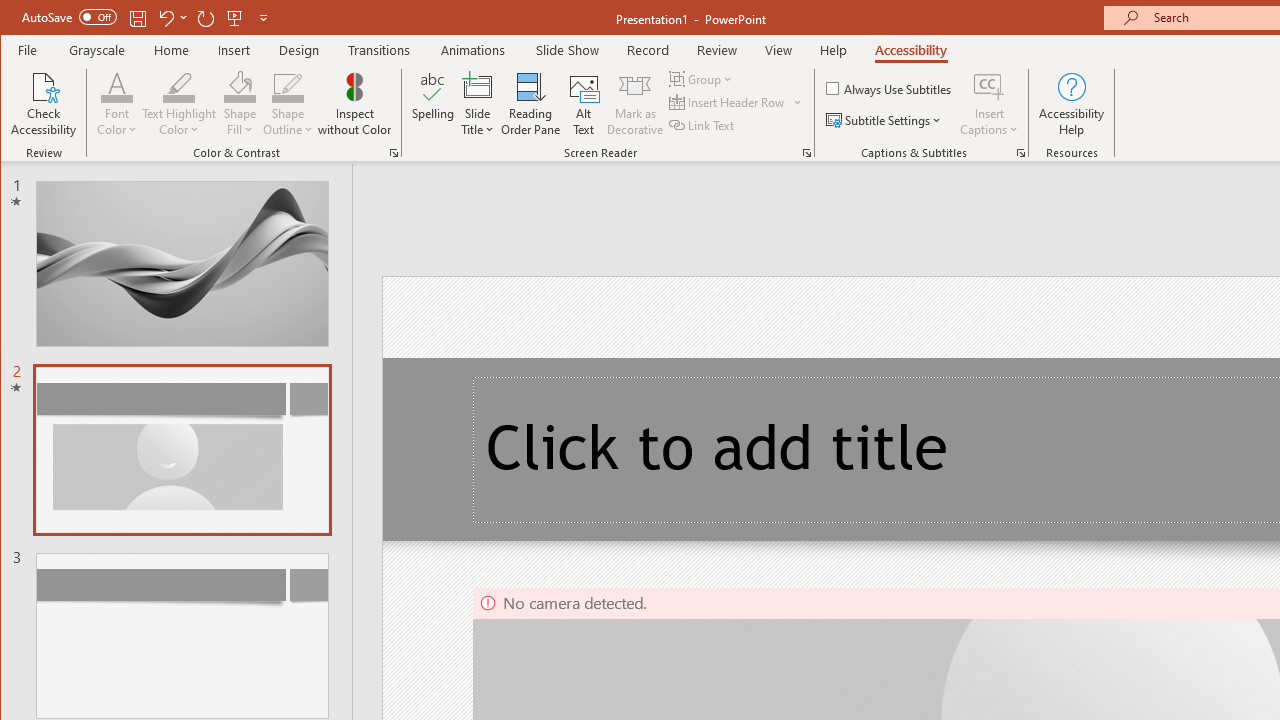 Image resolution: width=1280 pixels, height=720 pixels. I want to click on 'Design', so click(298, 49).